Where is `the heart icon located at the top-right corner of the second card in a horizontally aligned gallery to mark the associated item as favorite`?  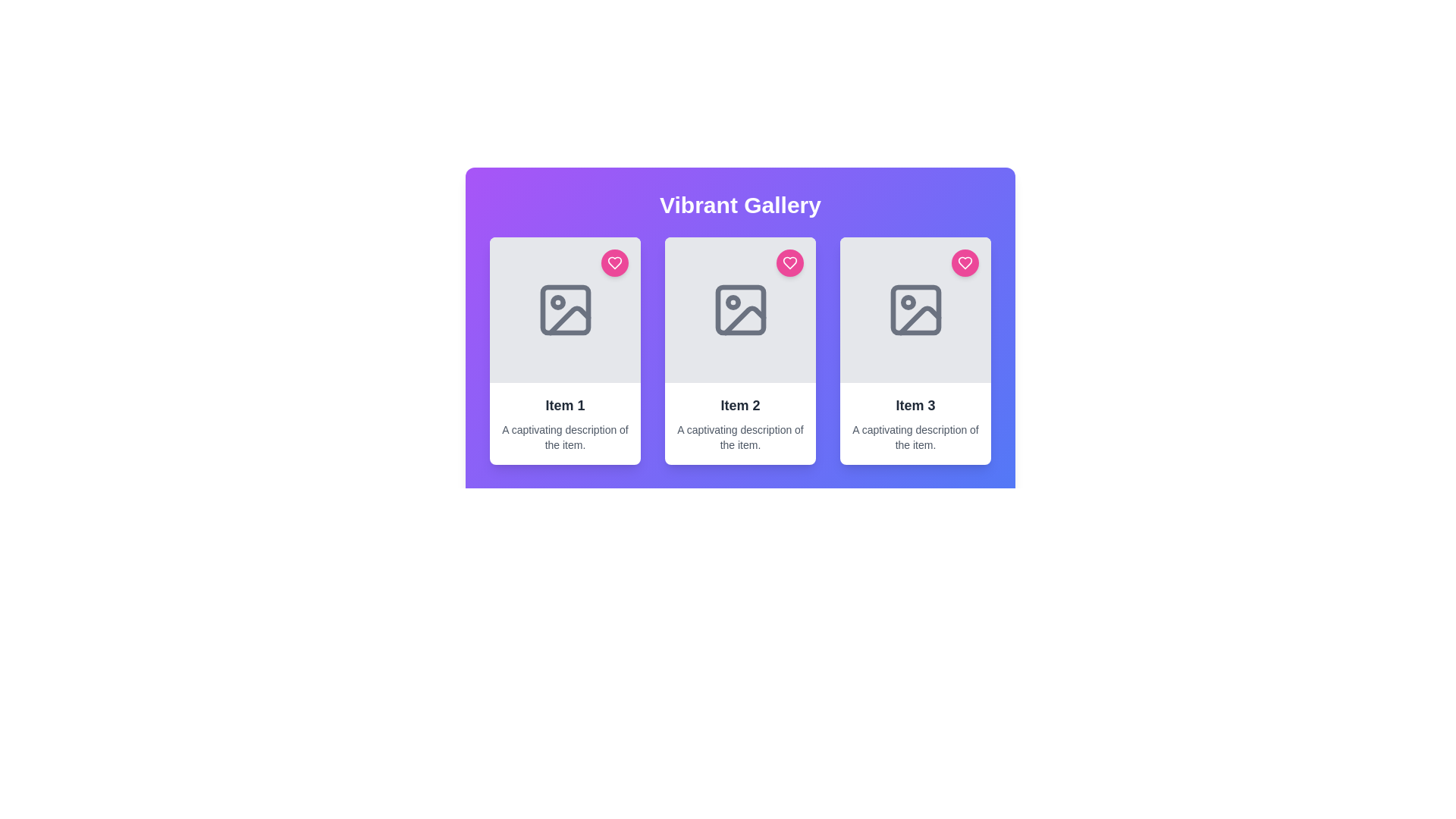
the heart icon located at the top-right corner of the second card in a horizontally aligned gallery to mark the associated item as favorite is located at coordinates (789, 262).